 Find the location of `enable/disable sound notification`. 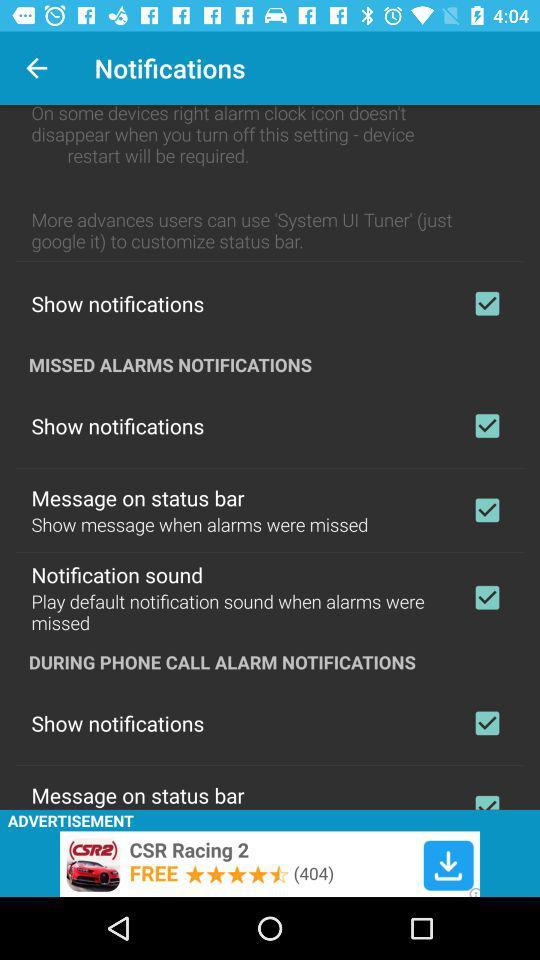

enable/disable sound notification is located at coordinates (486, 597).